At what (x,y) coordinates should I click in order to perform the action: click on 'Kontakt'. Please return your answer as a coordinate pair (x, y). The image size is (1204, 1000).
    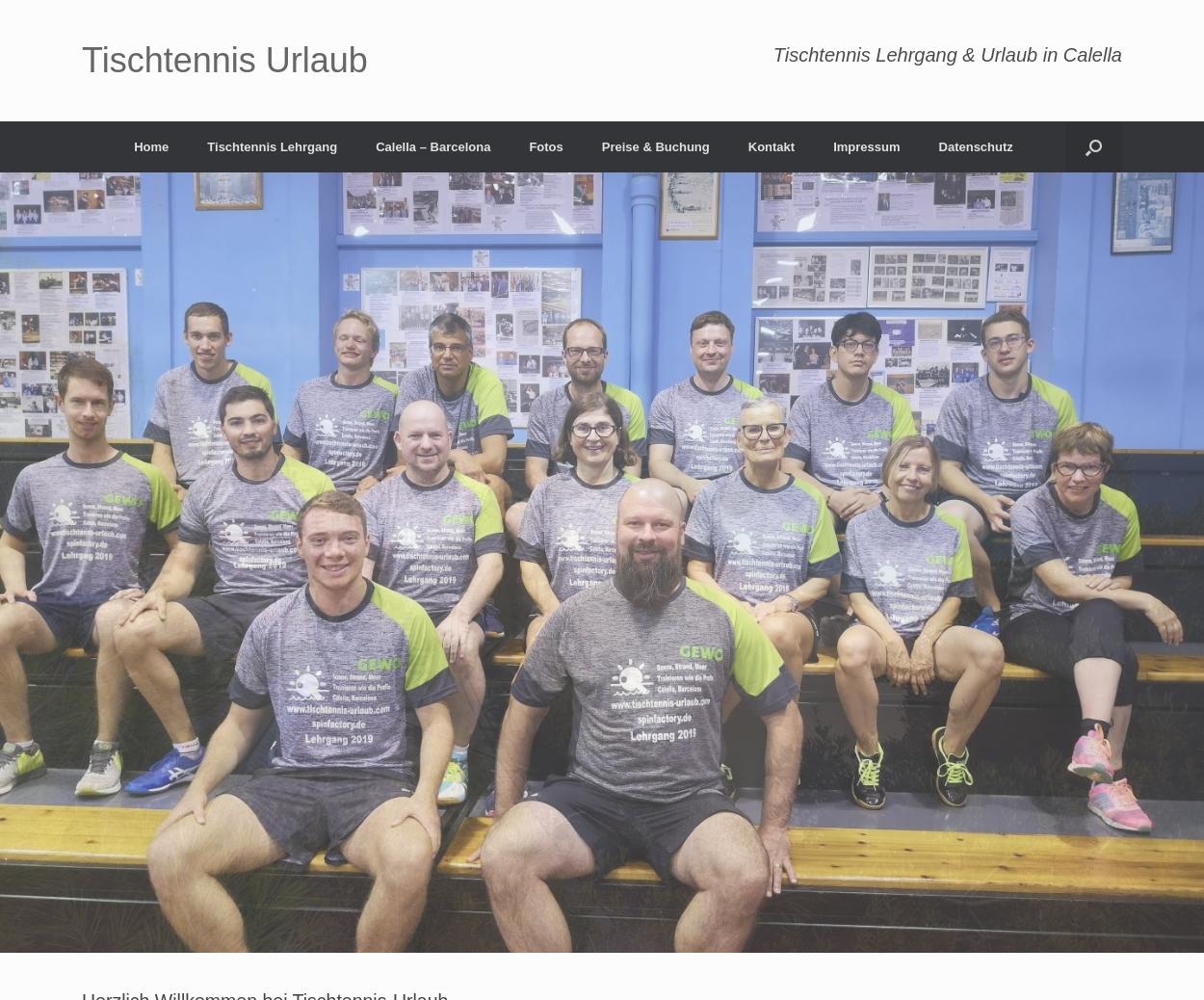
    Looking at the image, I should click on (771, 145).